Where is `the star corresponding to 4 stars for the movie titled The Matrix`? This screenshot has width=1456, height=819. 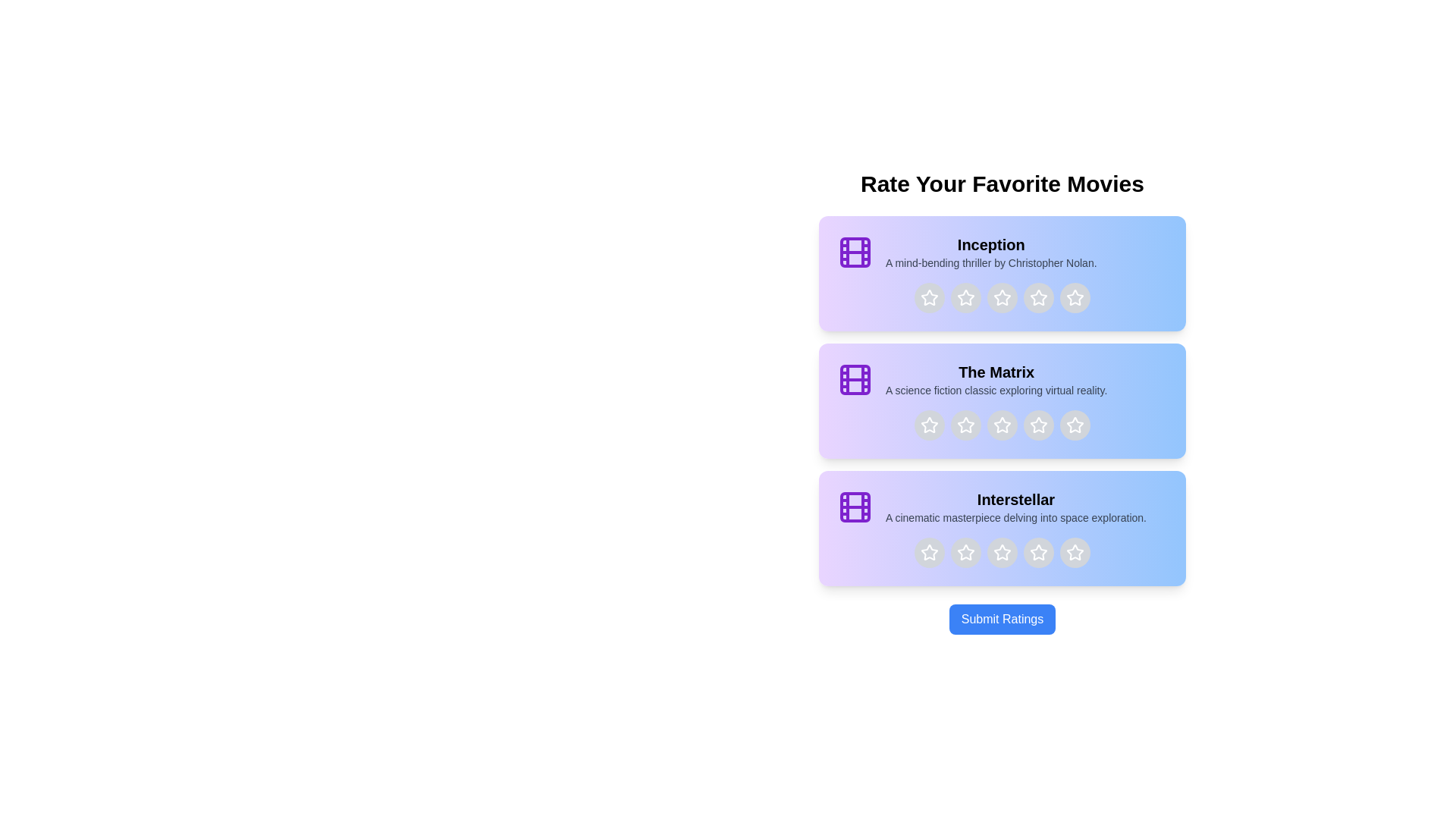
the star corresponding to 4 stars for the movie titled The Matrix is located at coordinates (1037, 425).